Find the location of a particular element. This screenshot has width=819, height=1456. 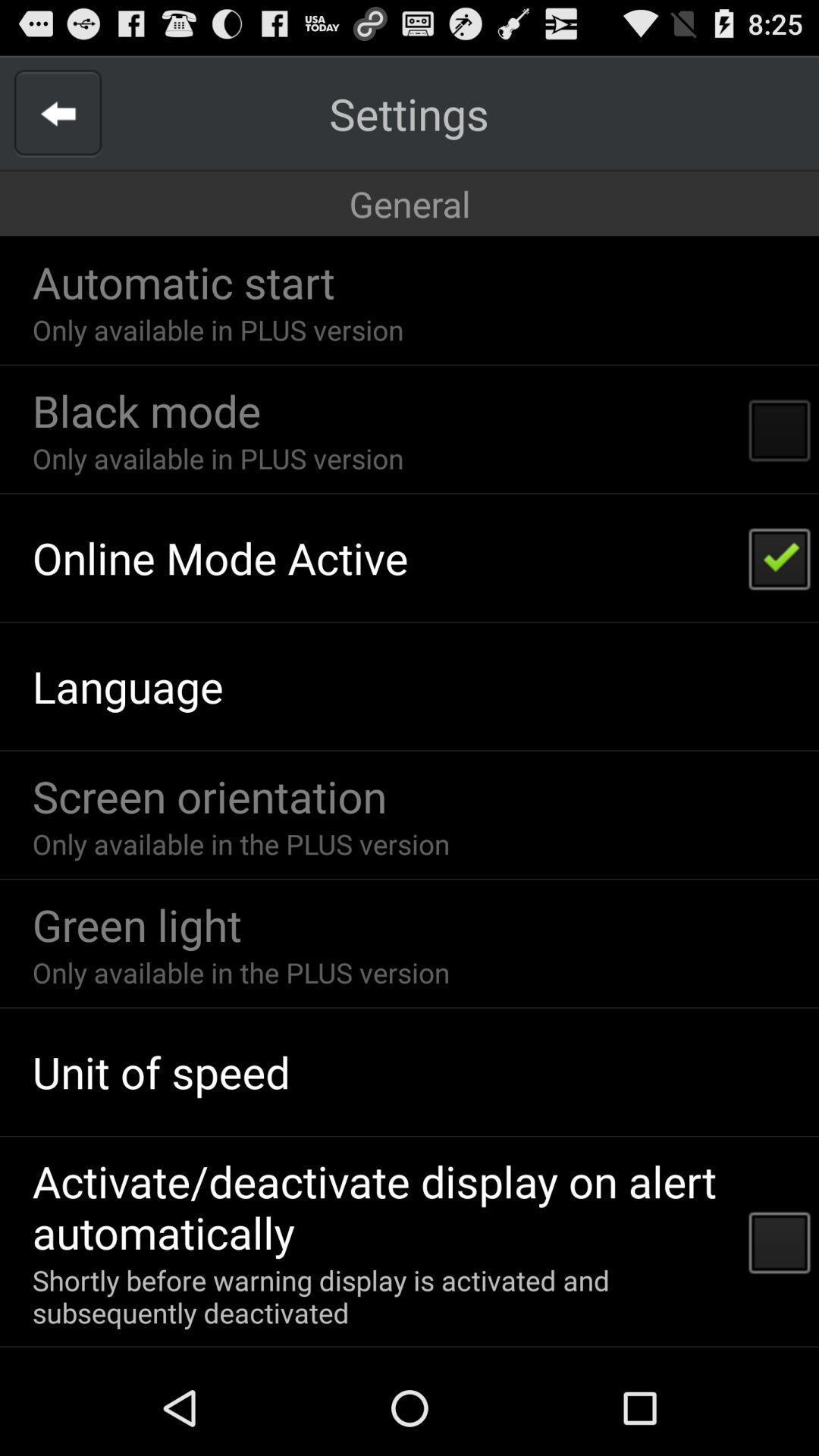

item next to the settings icon is located at coordinates (57, 112).